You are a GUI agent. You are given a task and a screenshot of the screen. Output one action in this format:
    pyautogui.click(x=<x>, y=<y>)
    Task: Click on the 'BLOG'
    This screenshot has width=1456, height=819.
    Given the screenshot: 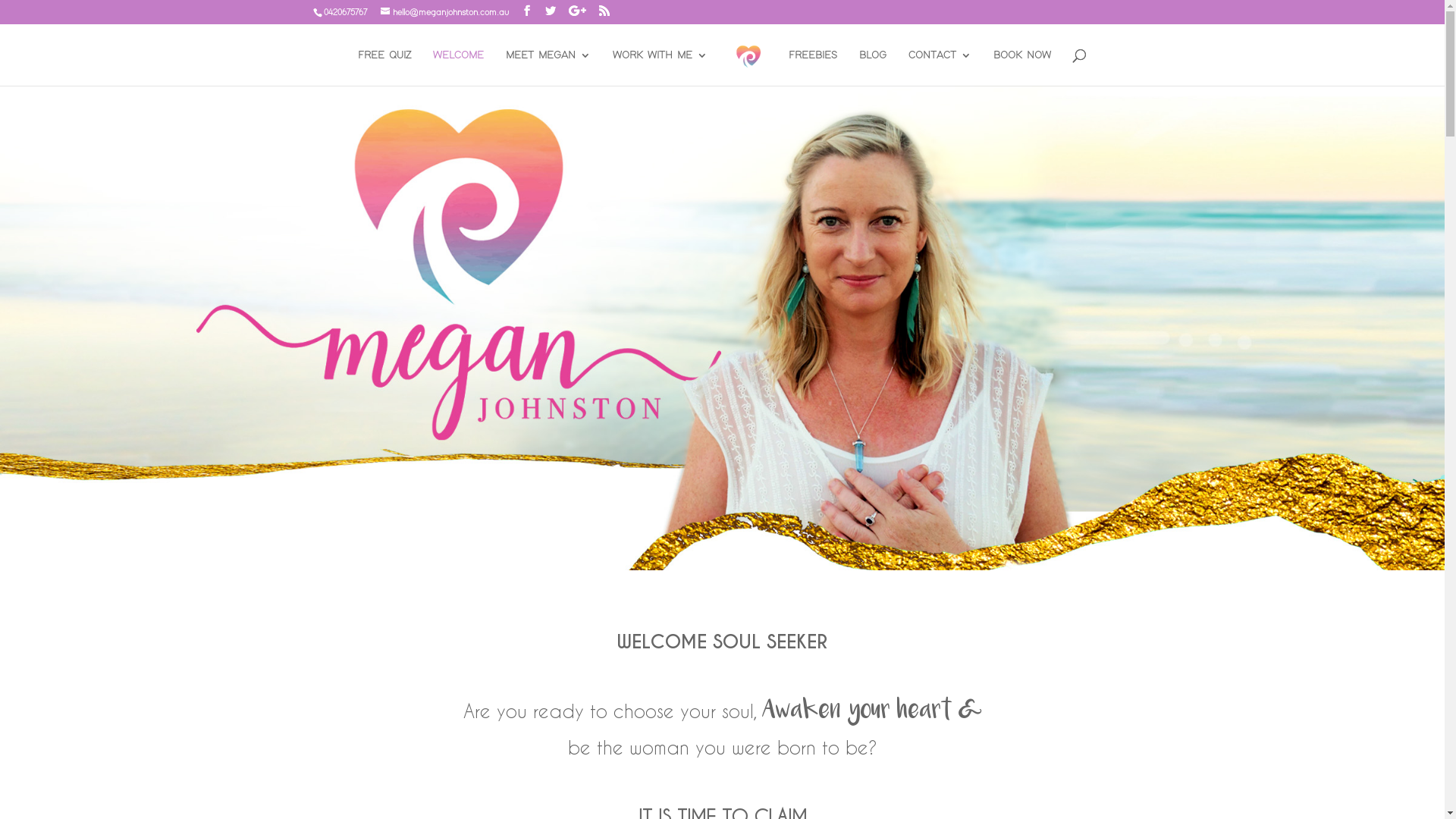 What is the action you would take?
    pyautogui.click(x=858, y=67)
    